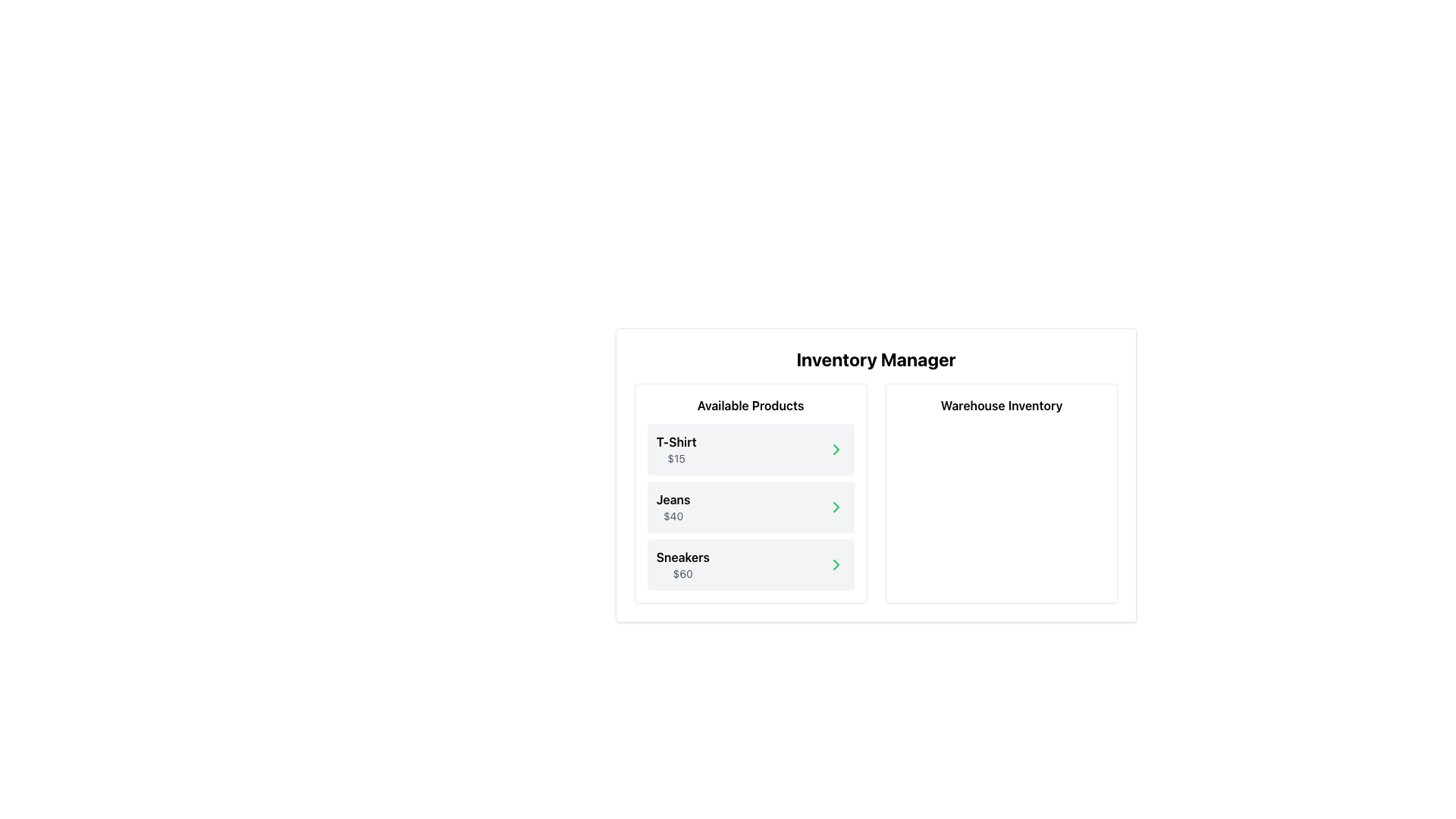 The width and height of the screenshot is (1456, 819). Describe the element at coordinates (676, 441) in the screenshot. I see `bolded text label that displays 'T-Shirt' located at the top-left corner of the product listing card in the 'Available Products' section` at that location.